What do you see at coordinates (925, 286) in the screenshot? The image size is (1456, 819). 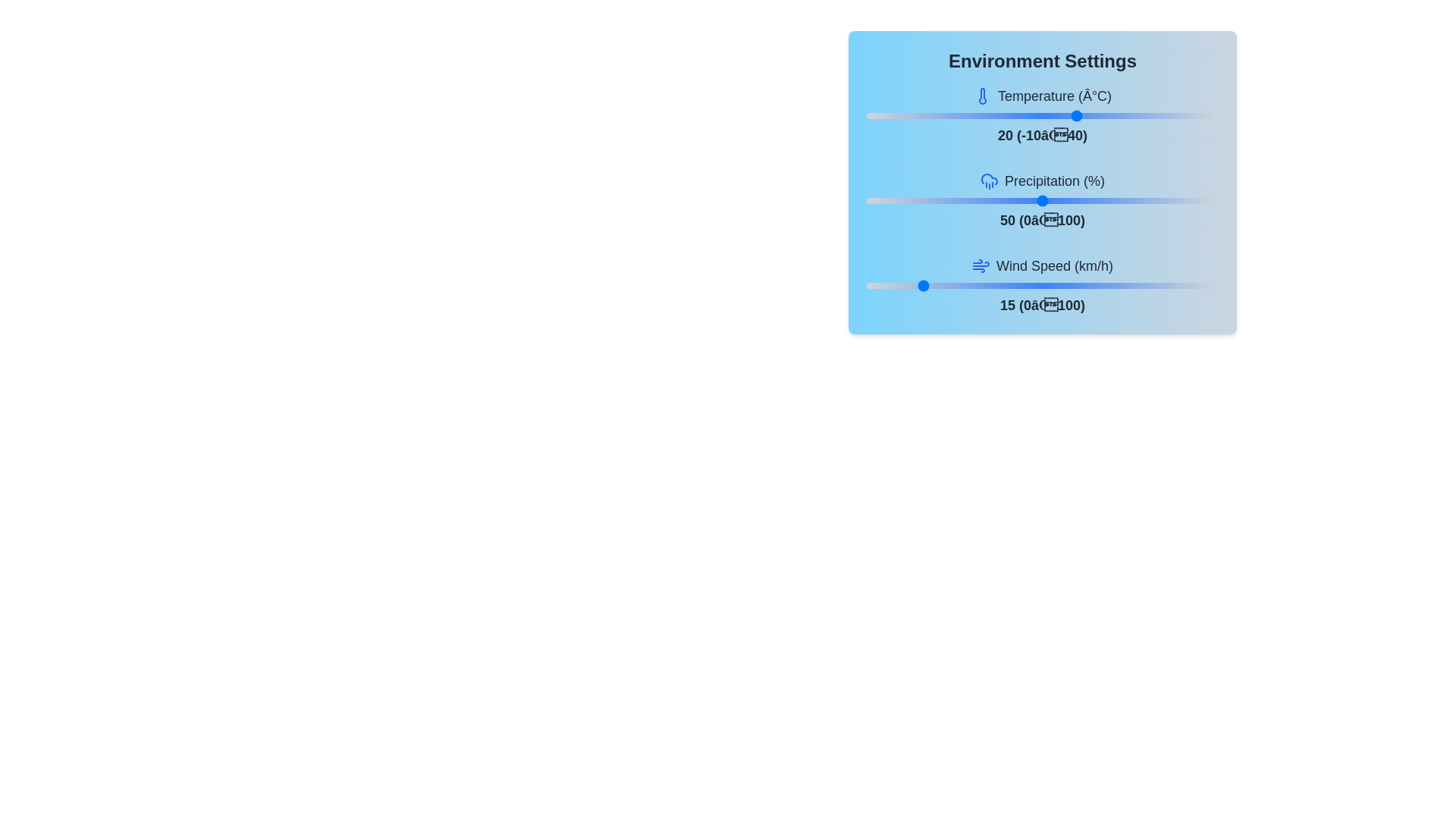 I see `wind speed` at bounding box center [925, 286].